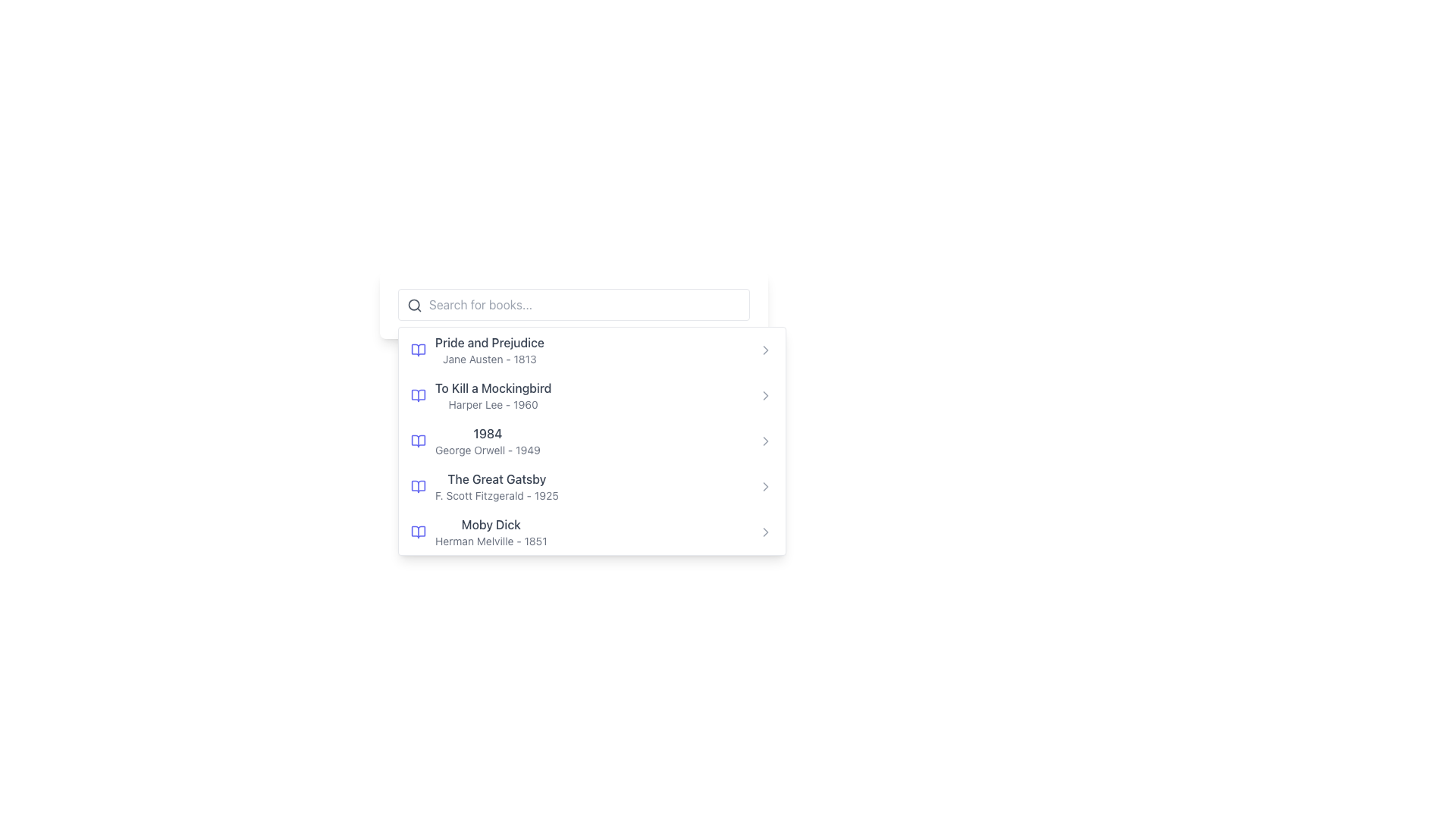 This screenshot has width=1456, height=819. Describe the element at coordinates (475, 441) in the screenshot. I see `the third list item displaying '1984' in the book selection menu` at that location.